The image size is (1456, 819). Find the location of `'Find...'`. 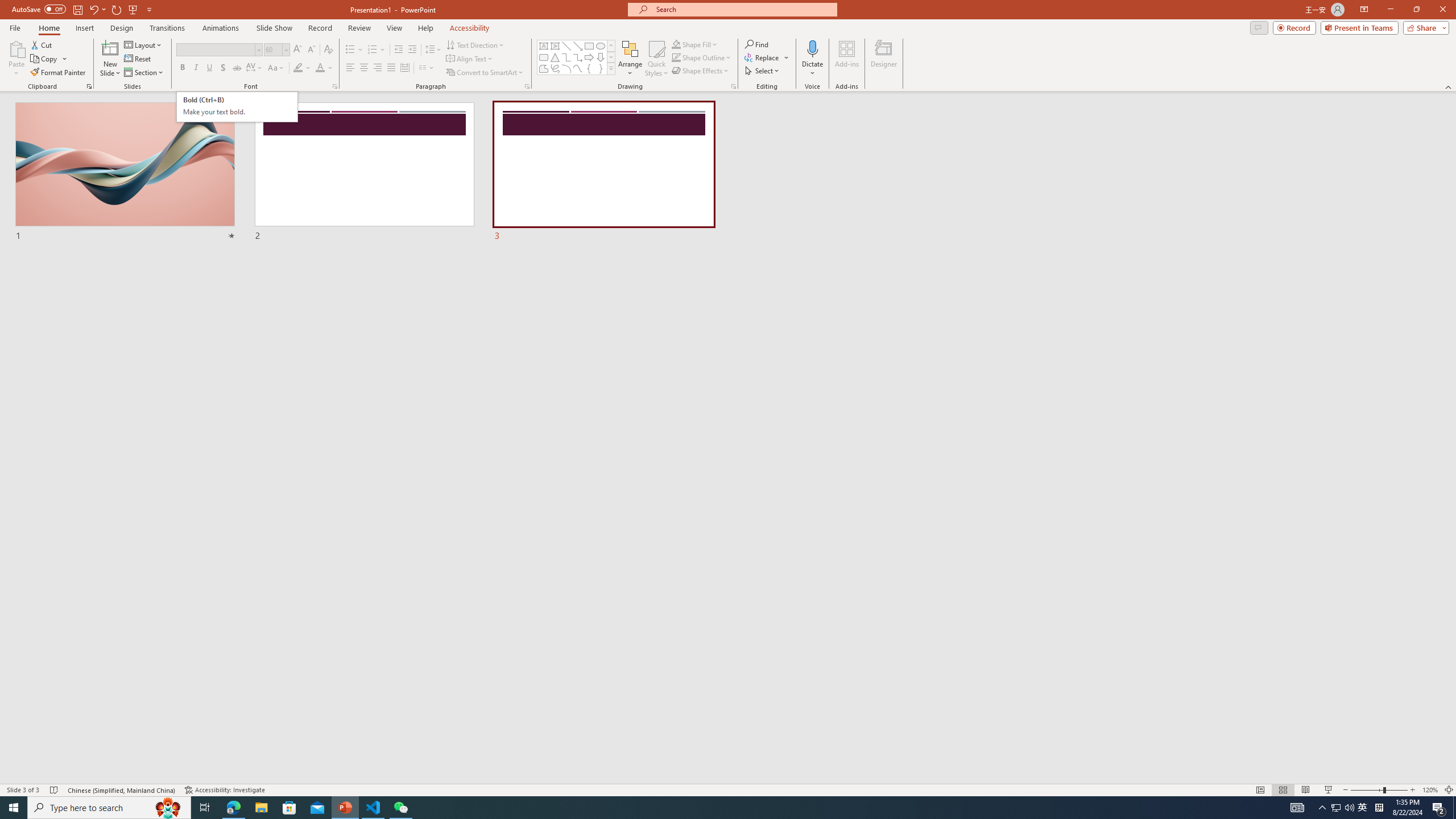

'Find...' is located at coordinates (756, 44).